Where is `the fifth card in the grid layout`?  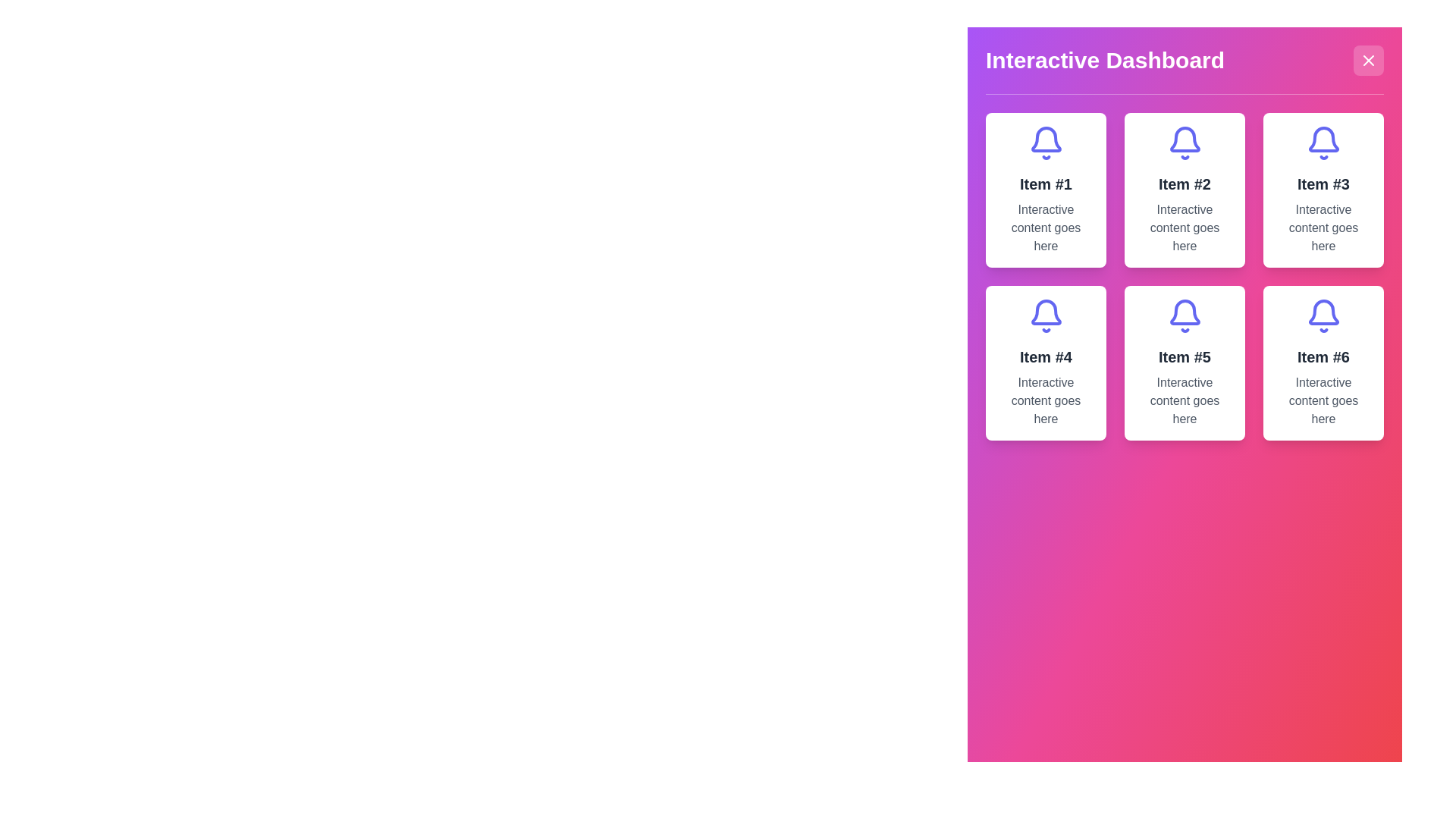
the fifth card in the grid layout is located at coordinates (1184, 362).